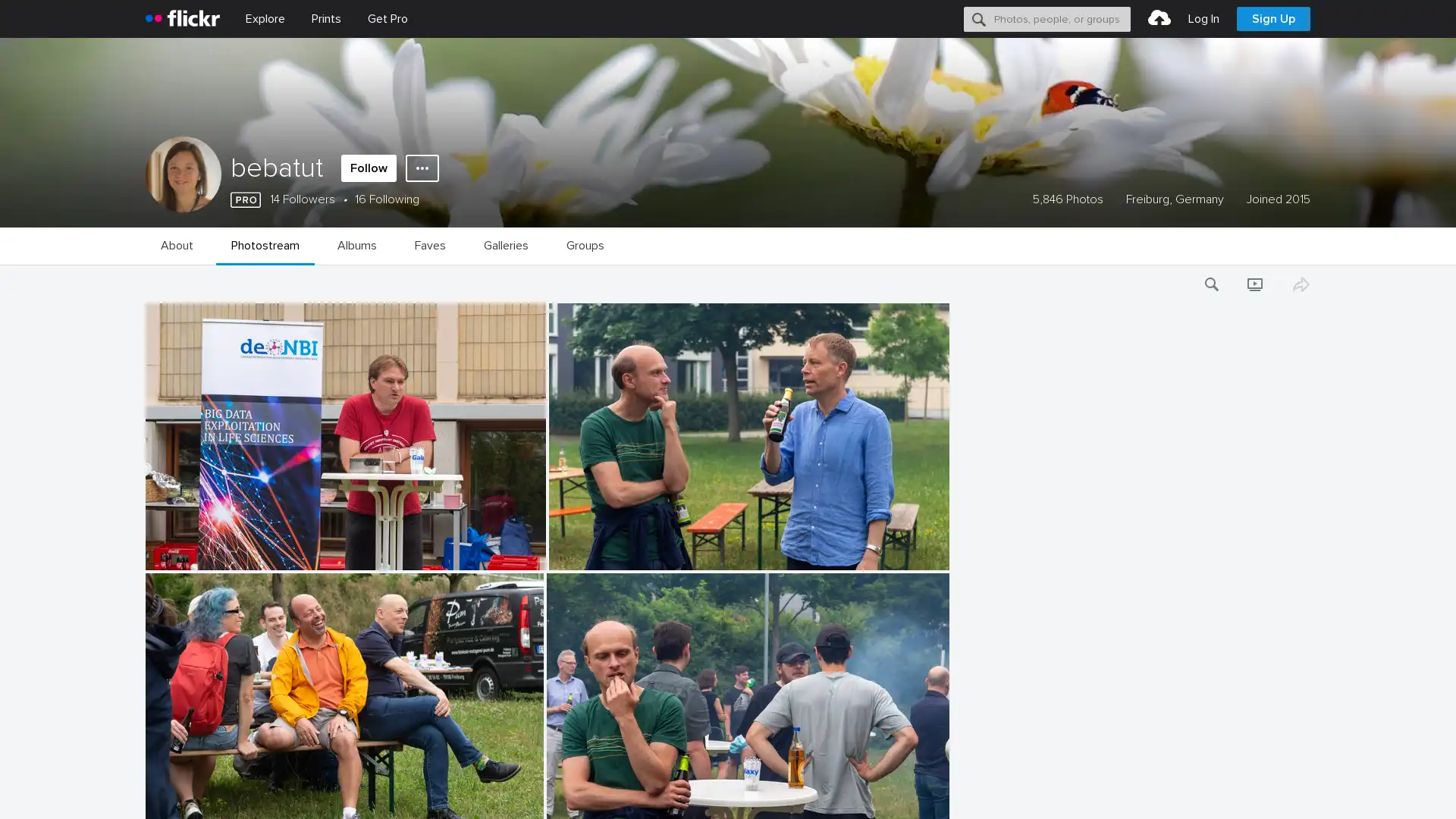 The height and width of the screenshot is (819, 1456). I want to click on Search, so click(979, 18).